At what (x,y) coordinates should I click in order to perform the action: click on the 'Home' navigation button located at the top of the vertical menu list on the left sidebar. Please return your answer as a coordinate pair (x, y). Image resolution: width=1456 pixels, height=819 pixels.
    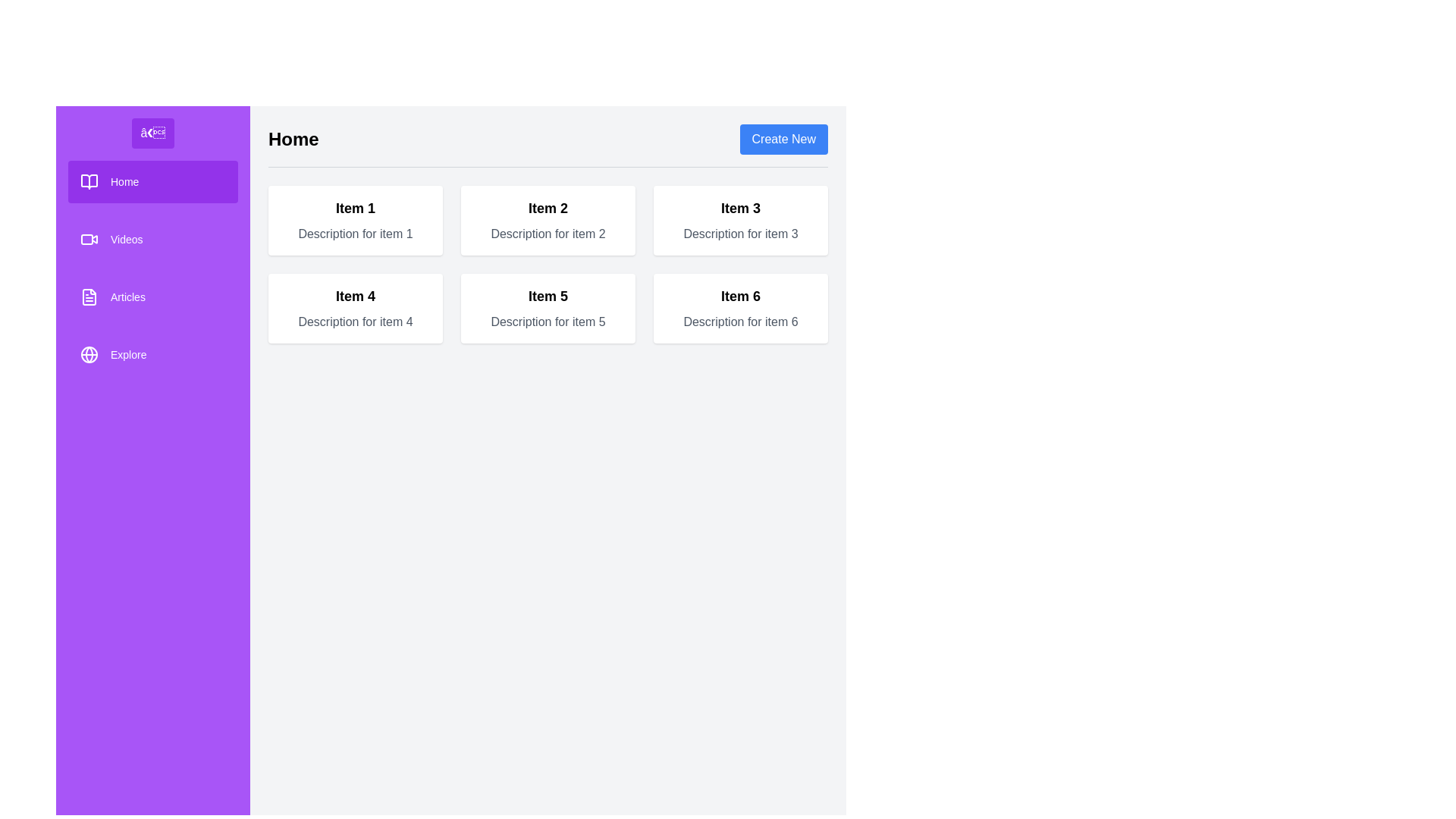
    Looking at the image, I should click on (152, 180).